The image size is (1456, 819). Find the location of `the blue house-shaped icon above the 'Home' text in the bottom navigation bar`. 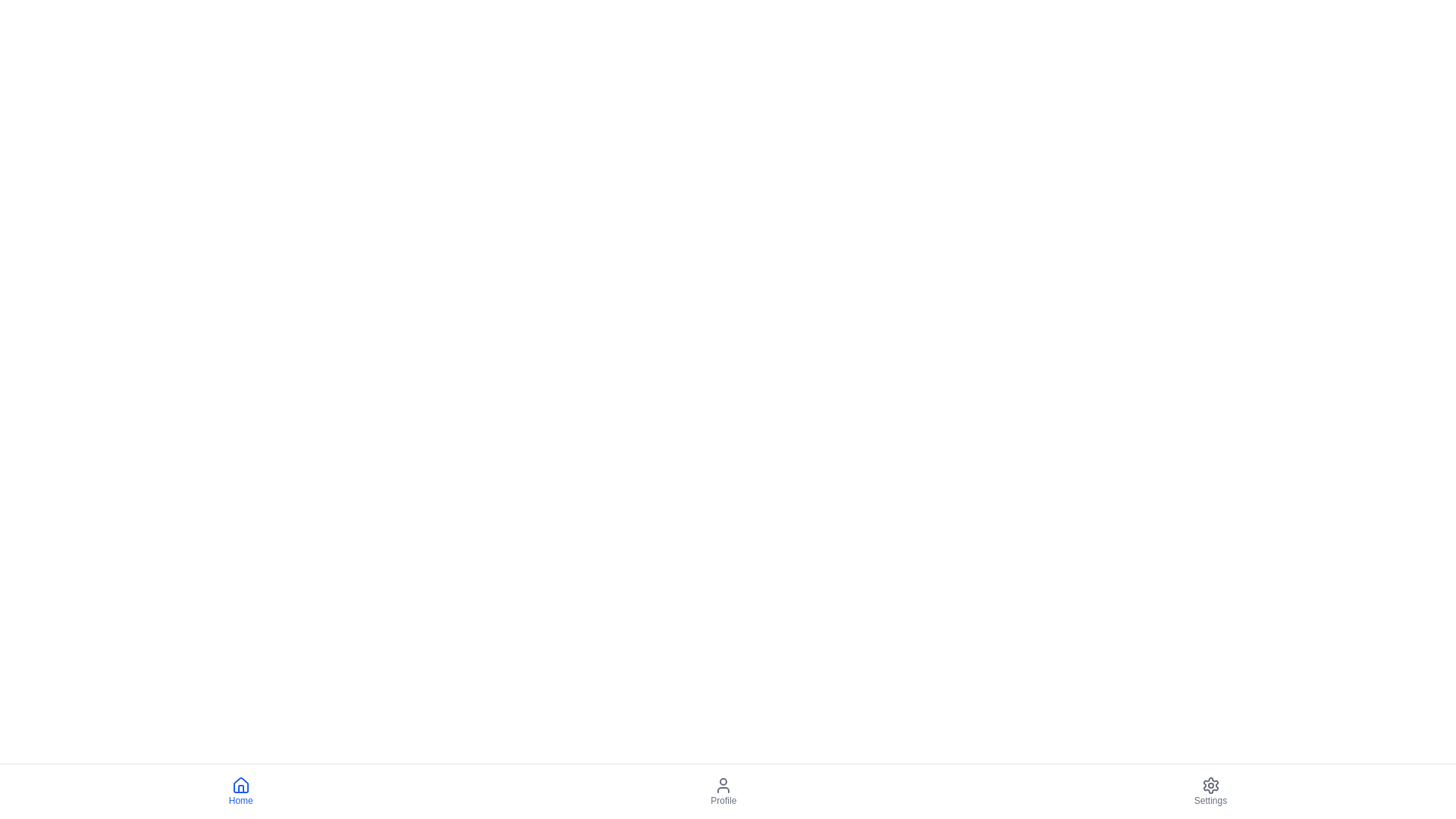

the blue house-shaped icon above the 'Home' text in the bottom navigation bar is located at coordinates (240, 785).